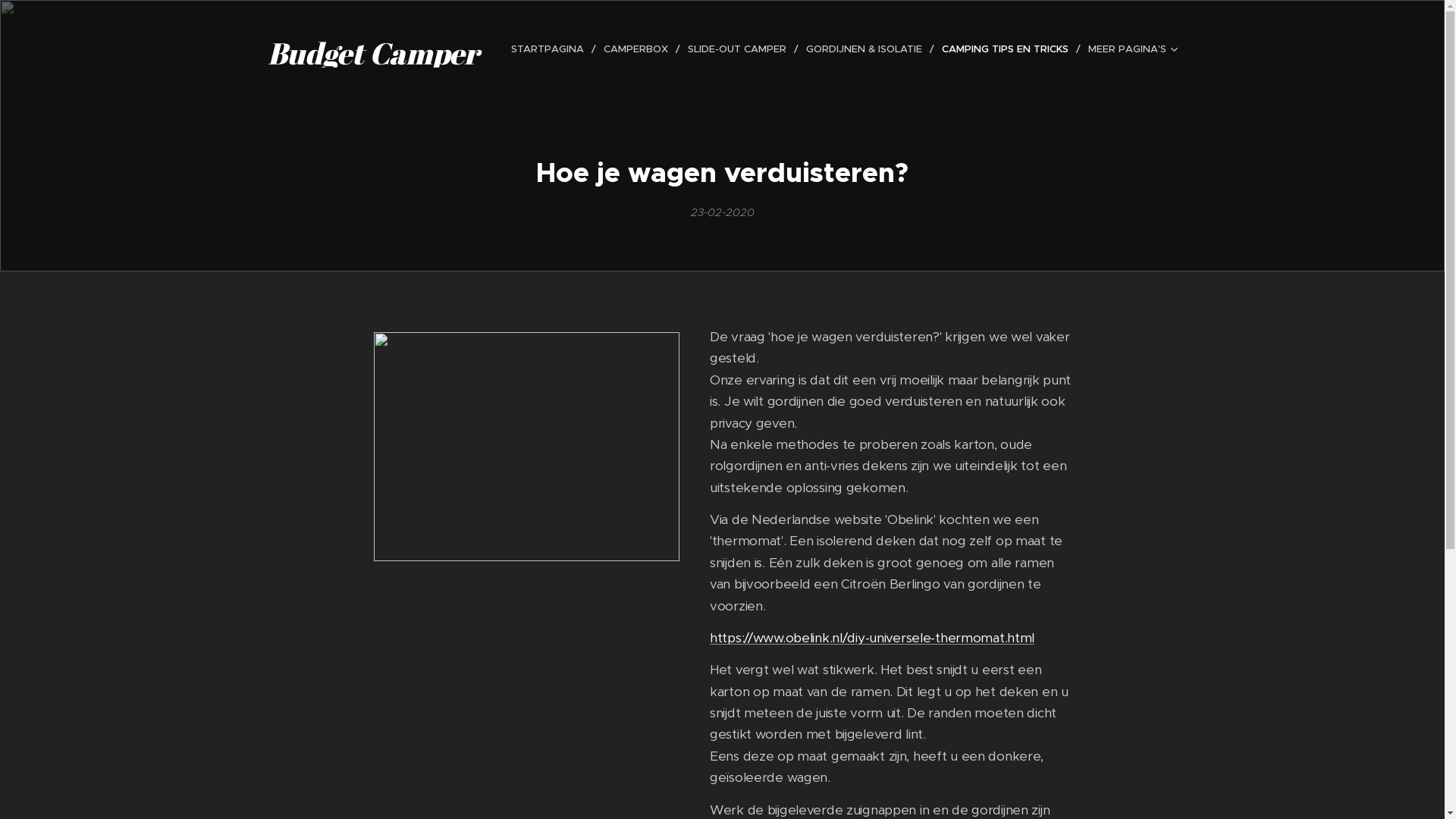 The height and width of the screenshot is (819, 1456). I want to click on 'STARTPAGINA', so click(550, 49).